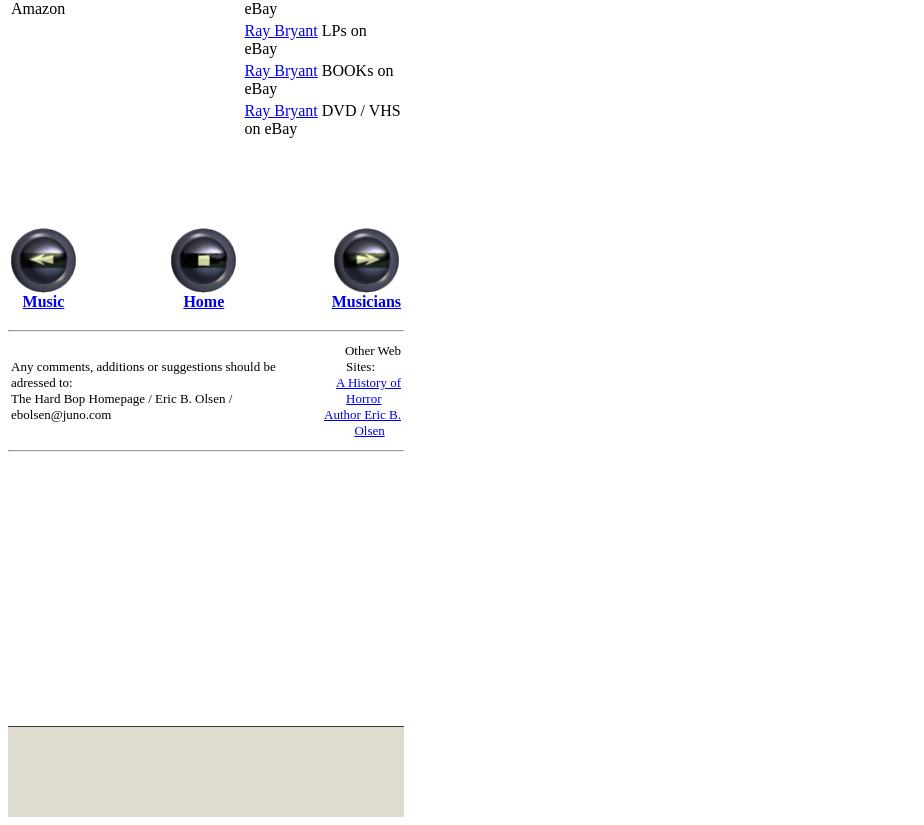 This screenshot has height=825, width=924. Describe the element at coordinates (322, 118) in the screenshot. I see `'DVD / VHS on eBay'` at that location.